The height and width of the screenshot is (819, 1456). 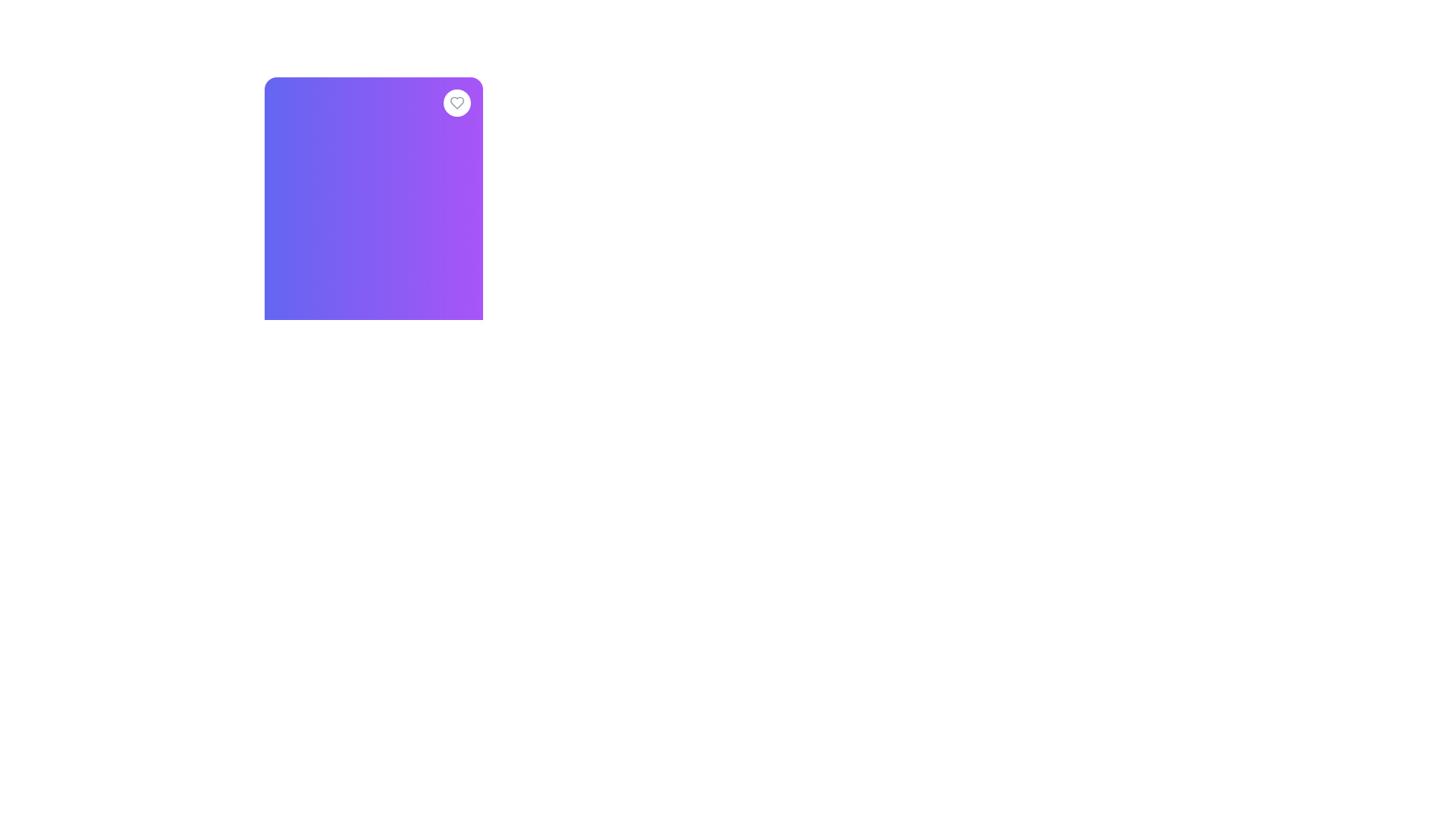 I want to click on the composite component with a gradient background and a circular button in the upper-right corner, so click(x=374, y=184).